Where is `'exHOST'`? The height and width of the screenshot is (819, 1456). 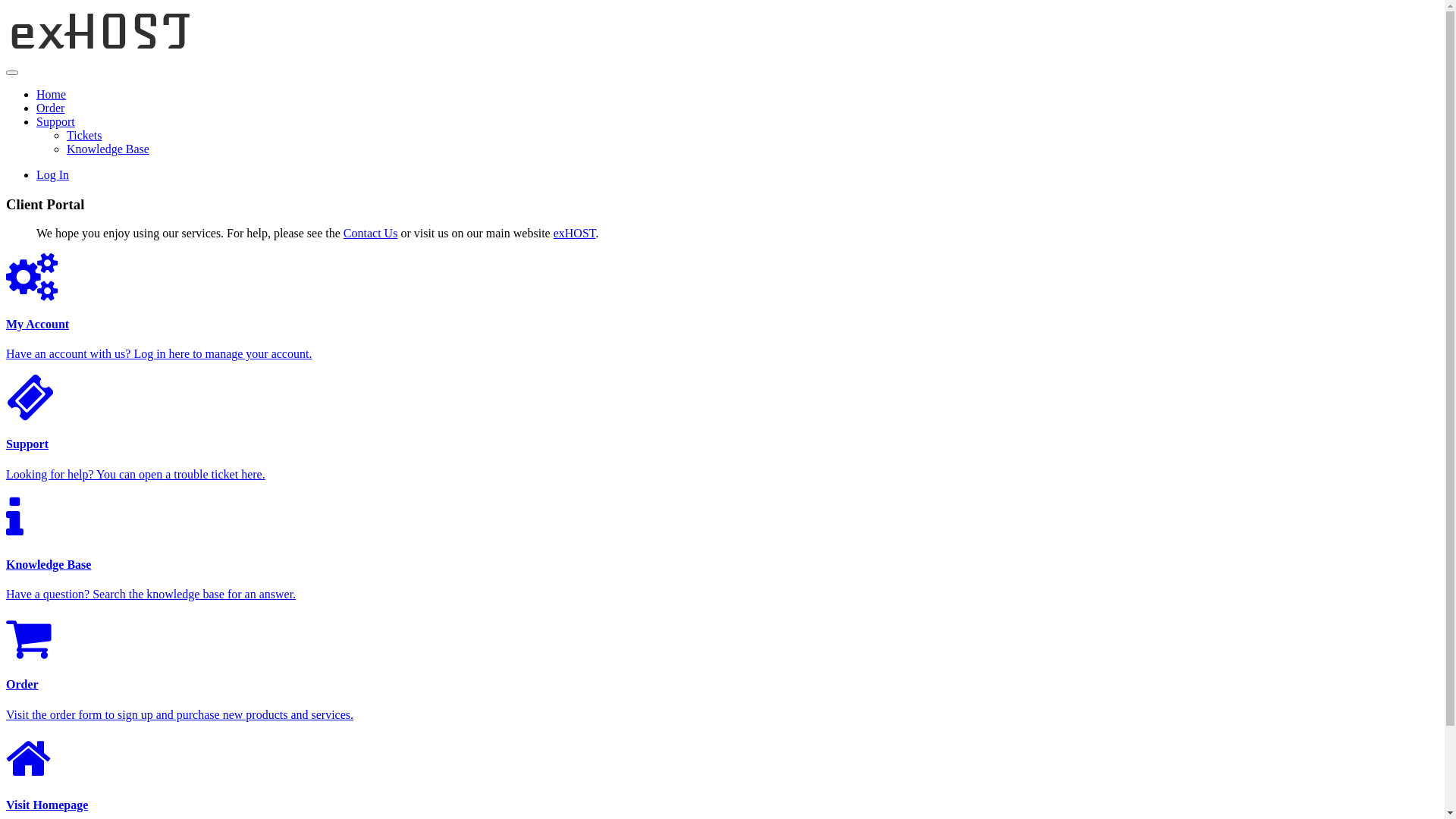 'exHOST' is located at coordinates (574, 233).